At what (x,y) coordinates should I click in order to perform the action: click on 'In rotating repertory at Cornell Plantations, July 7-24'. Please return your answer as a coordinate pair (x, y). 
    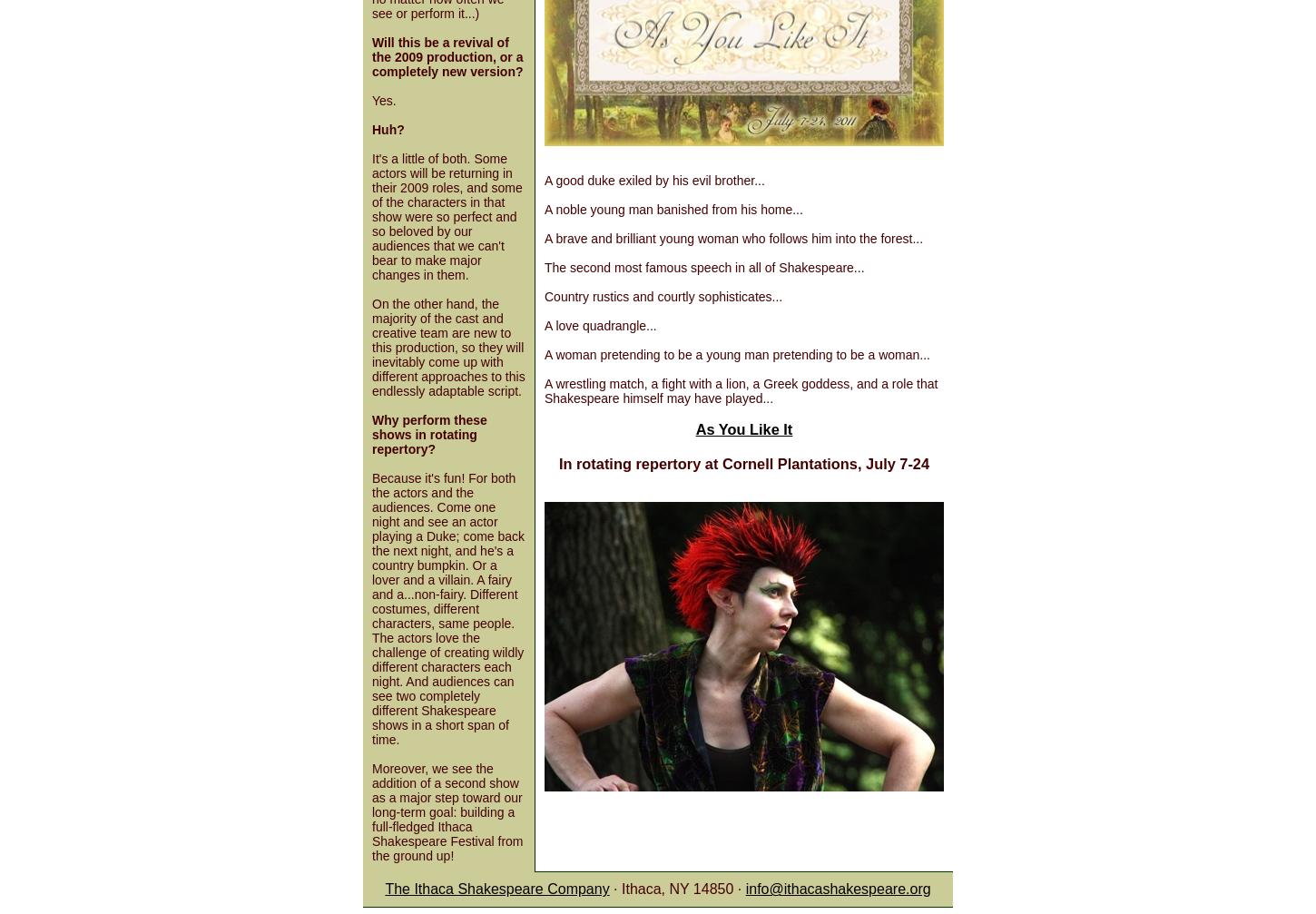
    Looking at the image, I should click on (743, 462).